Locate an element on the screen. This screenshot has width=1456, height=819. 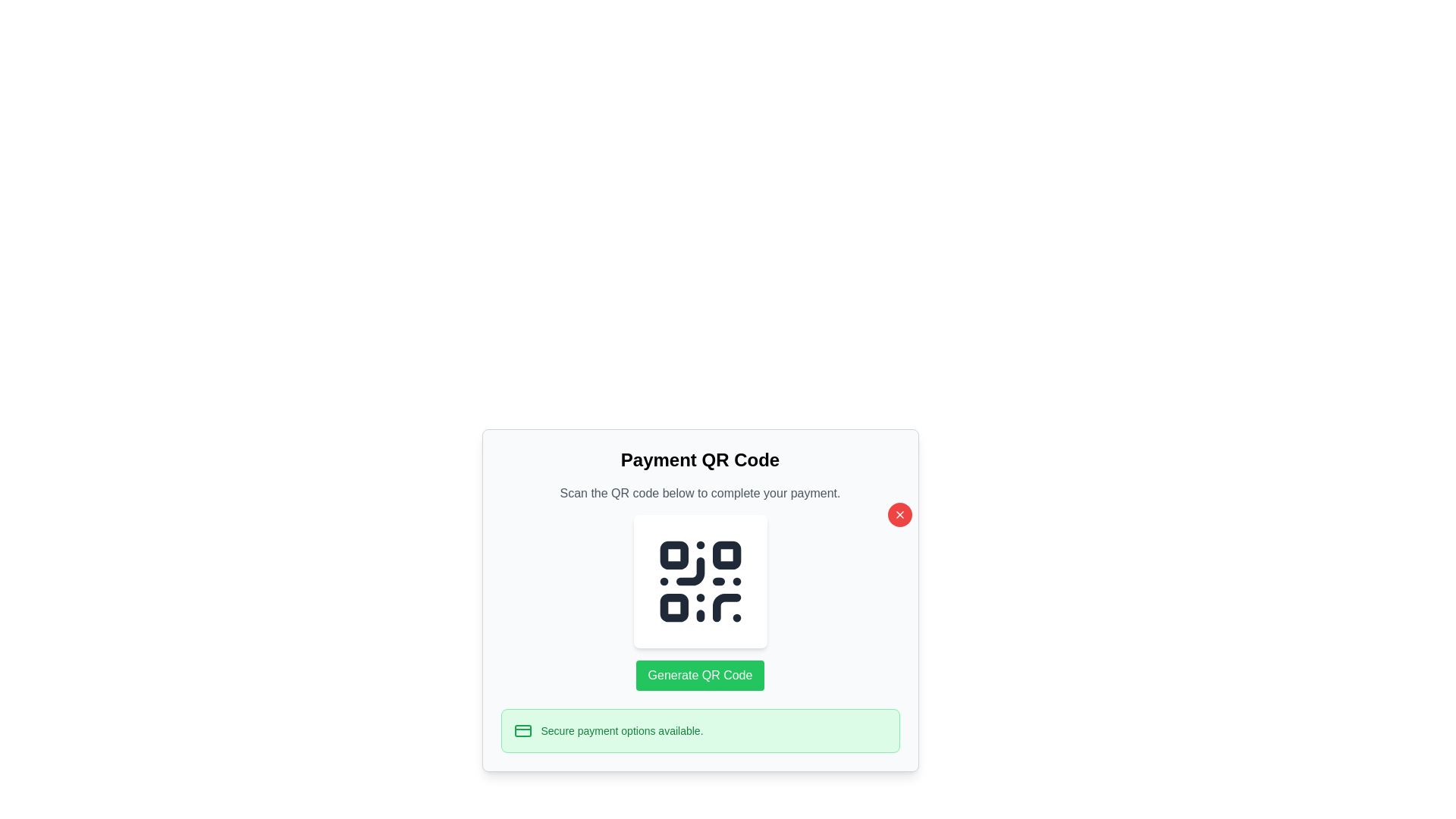
instructions from the static text label that says 'Scan the QR code below to complete your payment.' which is positioned below the 'Payment QR Code' heading is located at coordinates (699, 494).